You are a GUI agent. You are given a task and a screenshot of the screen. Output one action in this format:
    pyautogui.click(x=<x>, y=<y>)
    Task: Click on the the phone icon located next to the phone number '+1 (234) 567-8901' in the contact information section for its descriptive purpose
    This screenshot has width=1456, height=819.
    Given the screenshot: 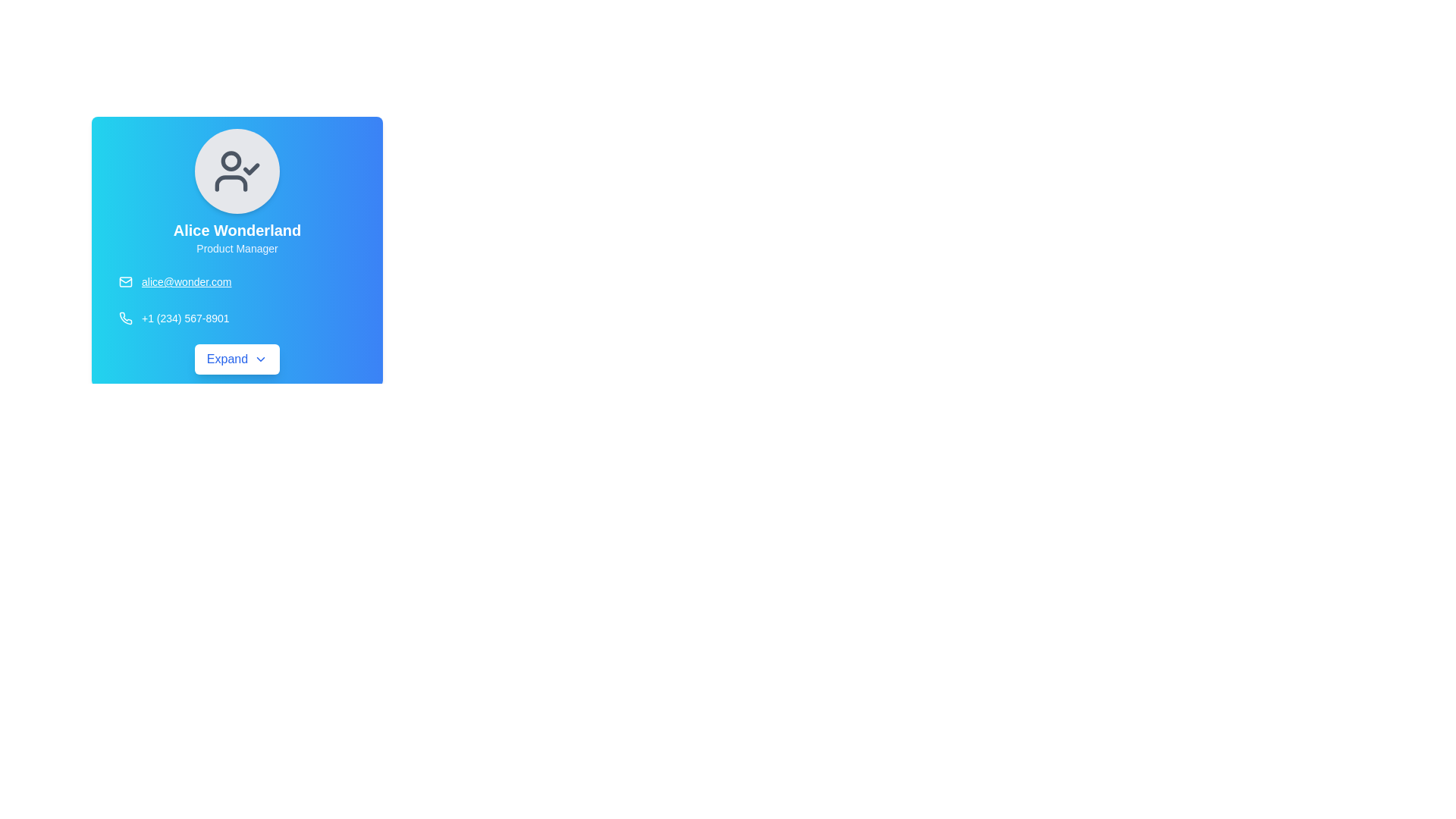 What is the action you would take?
    pyautogui.click(x=126, y=318)
    